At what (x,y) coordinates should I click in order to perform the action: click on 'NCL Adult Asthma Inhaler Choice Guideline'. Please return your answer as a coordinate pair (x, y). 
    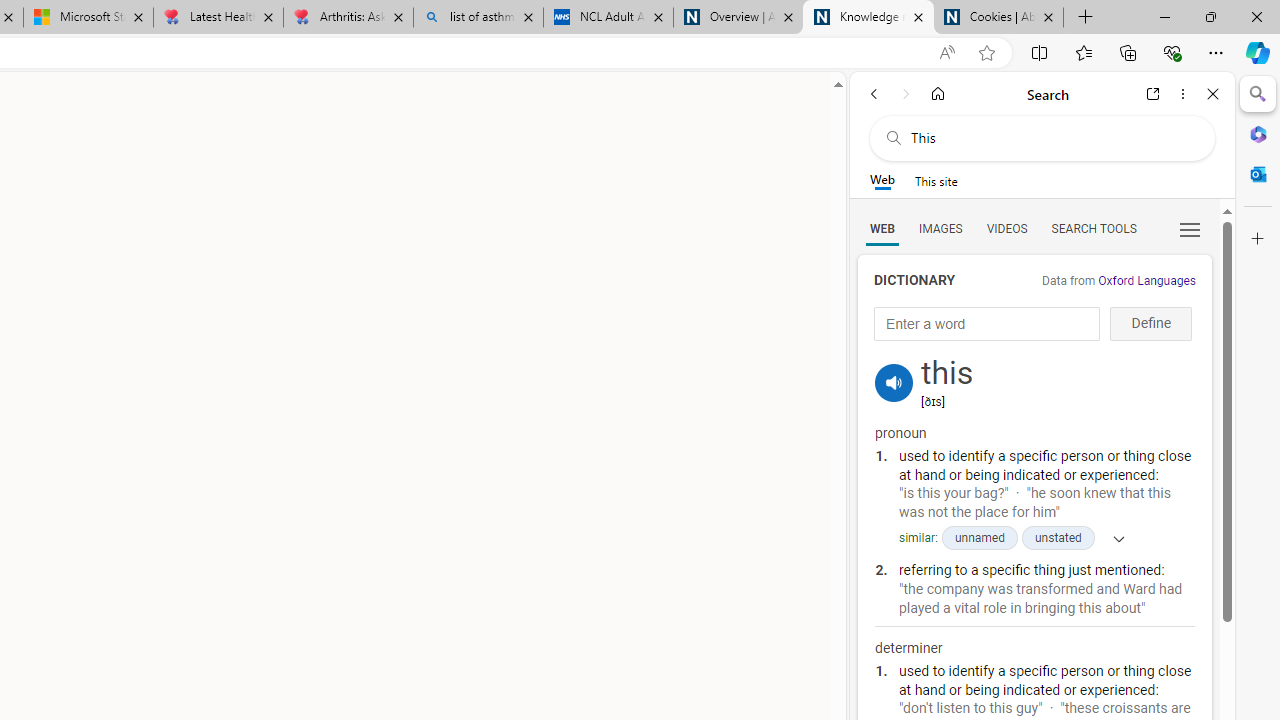
    Looking at the image, I should click on (607, 17).